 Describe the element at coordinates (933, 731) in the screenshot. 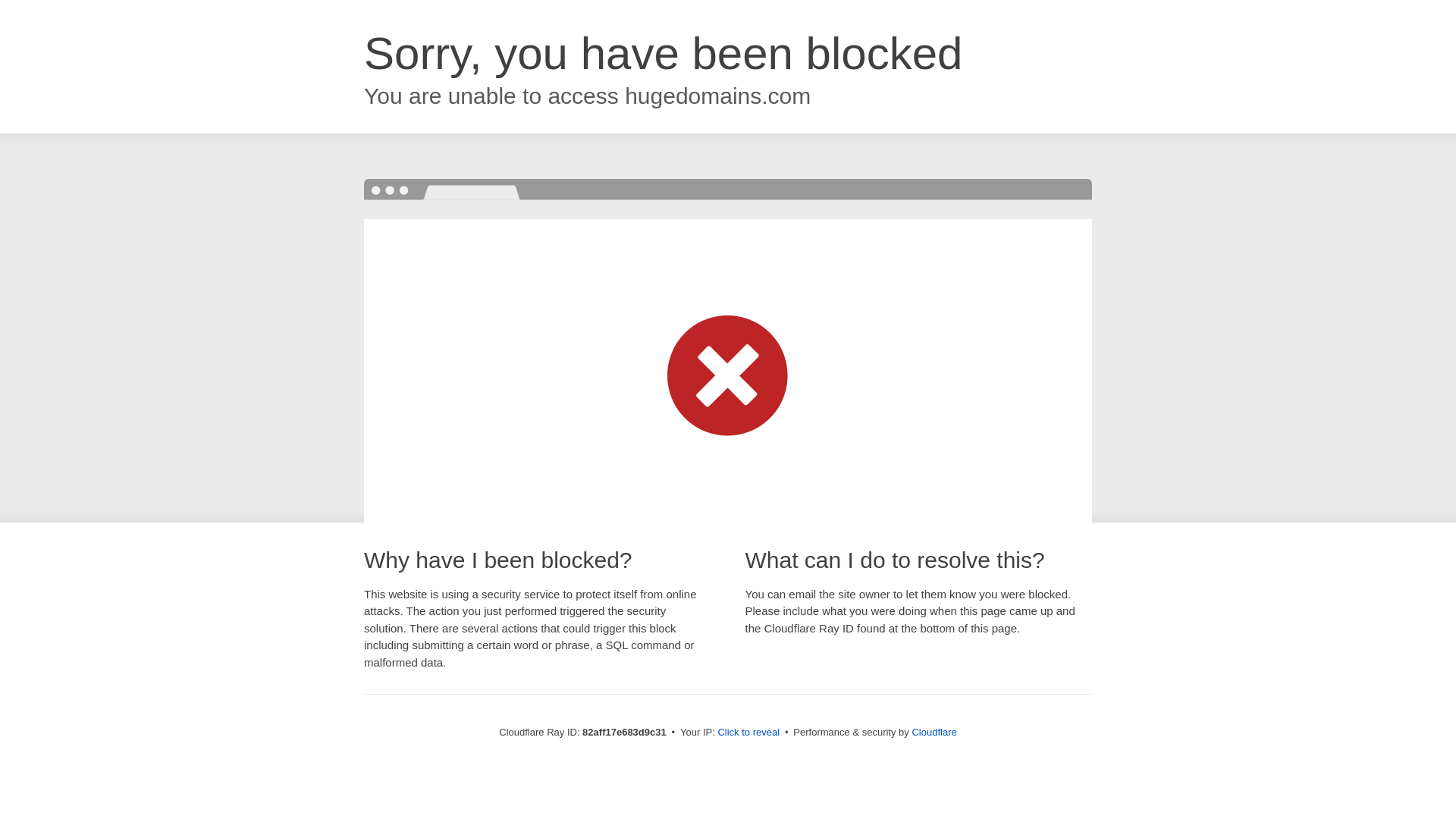

I see `'Cloudflare'` at that location.